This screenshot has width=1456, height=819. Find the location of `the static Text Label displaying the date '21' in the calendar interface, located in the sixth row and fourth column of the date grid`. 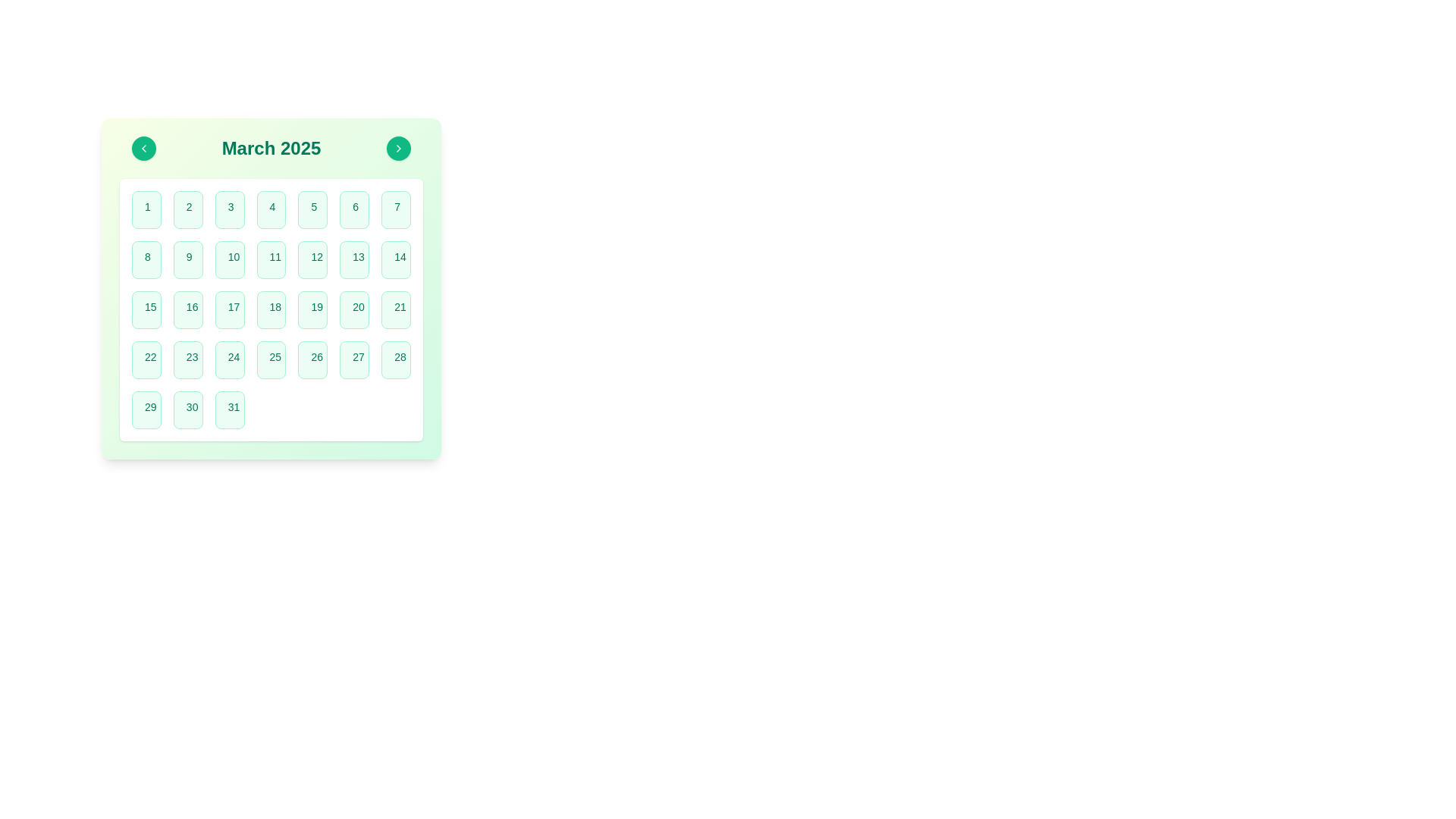

the static Text Label displaying the date '21' in the calendar interface, located in the sixth row and fourth column of the date grid is located at coordinates (400, 307).